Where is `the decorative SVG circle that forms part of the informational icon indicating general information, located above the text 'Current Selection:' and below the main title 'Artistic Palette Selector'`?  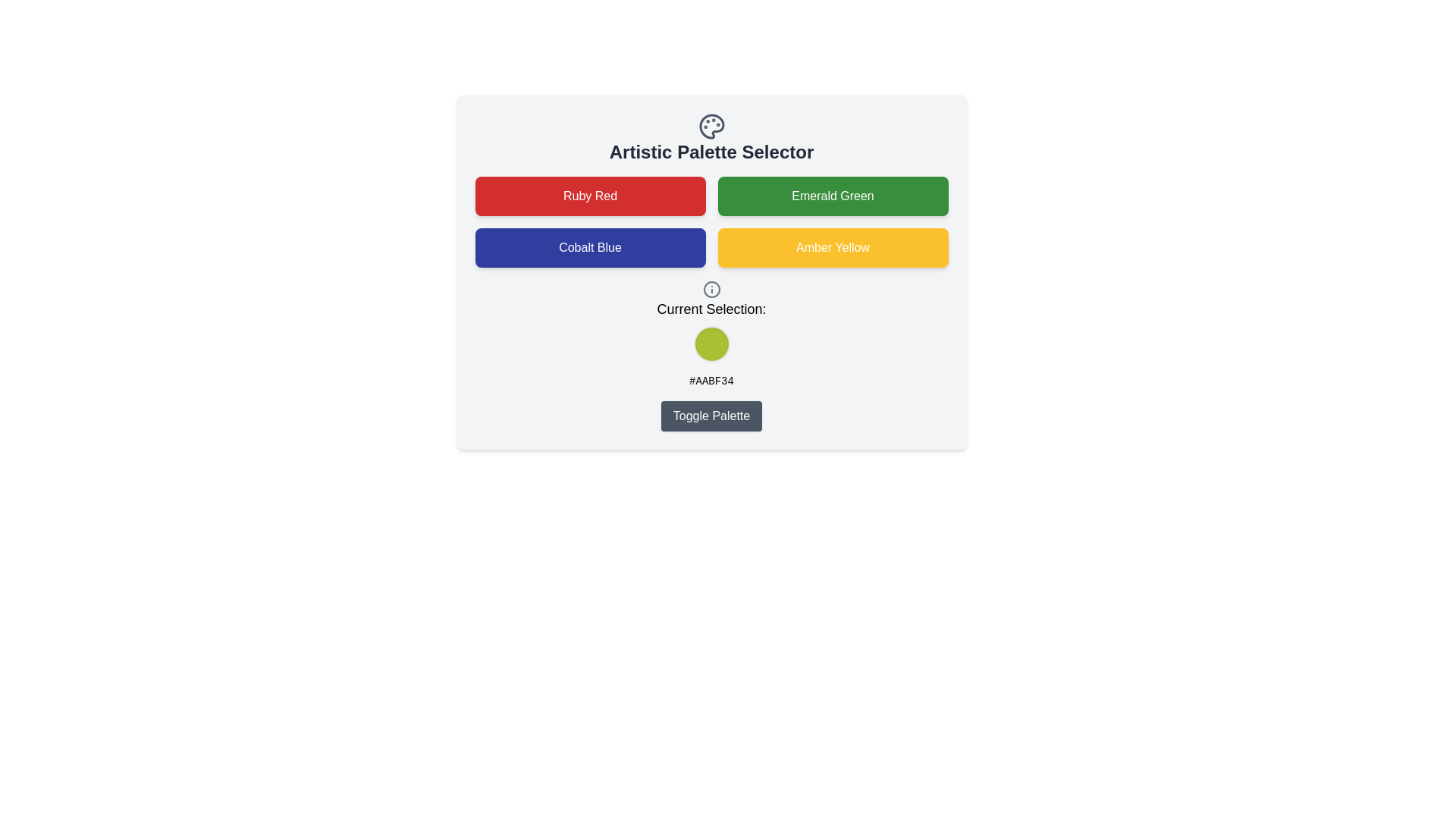 the decorative SVG circle that forms part of the informational icon indicating general information, located above the text 'Current Selection:' and below the main title 'Artistic Palette Selector' is located at coordinates (711, 289).